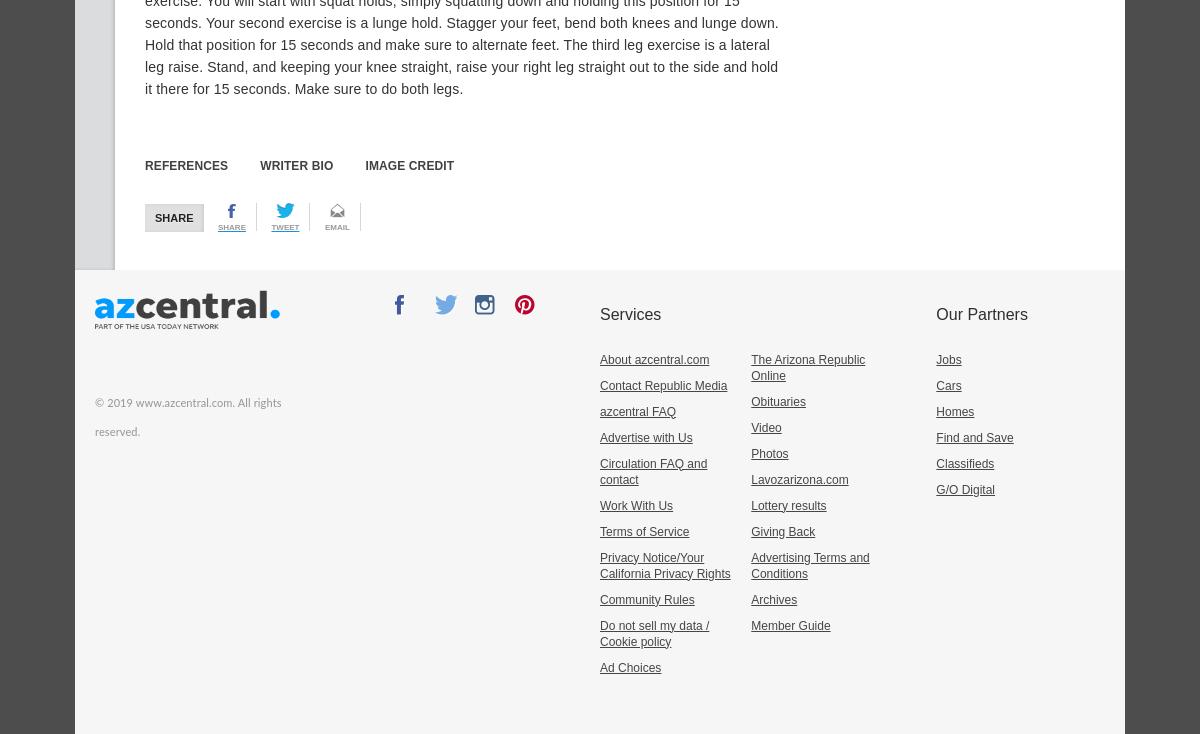 This screenshot has width=1200, height=734. I want to click on 'Do not sell my data / Cookie policy', so click(654, 632).